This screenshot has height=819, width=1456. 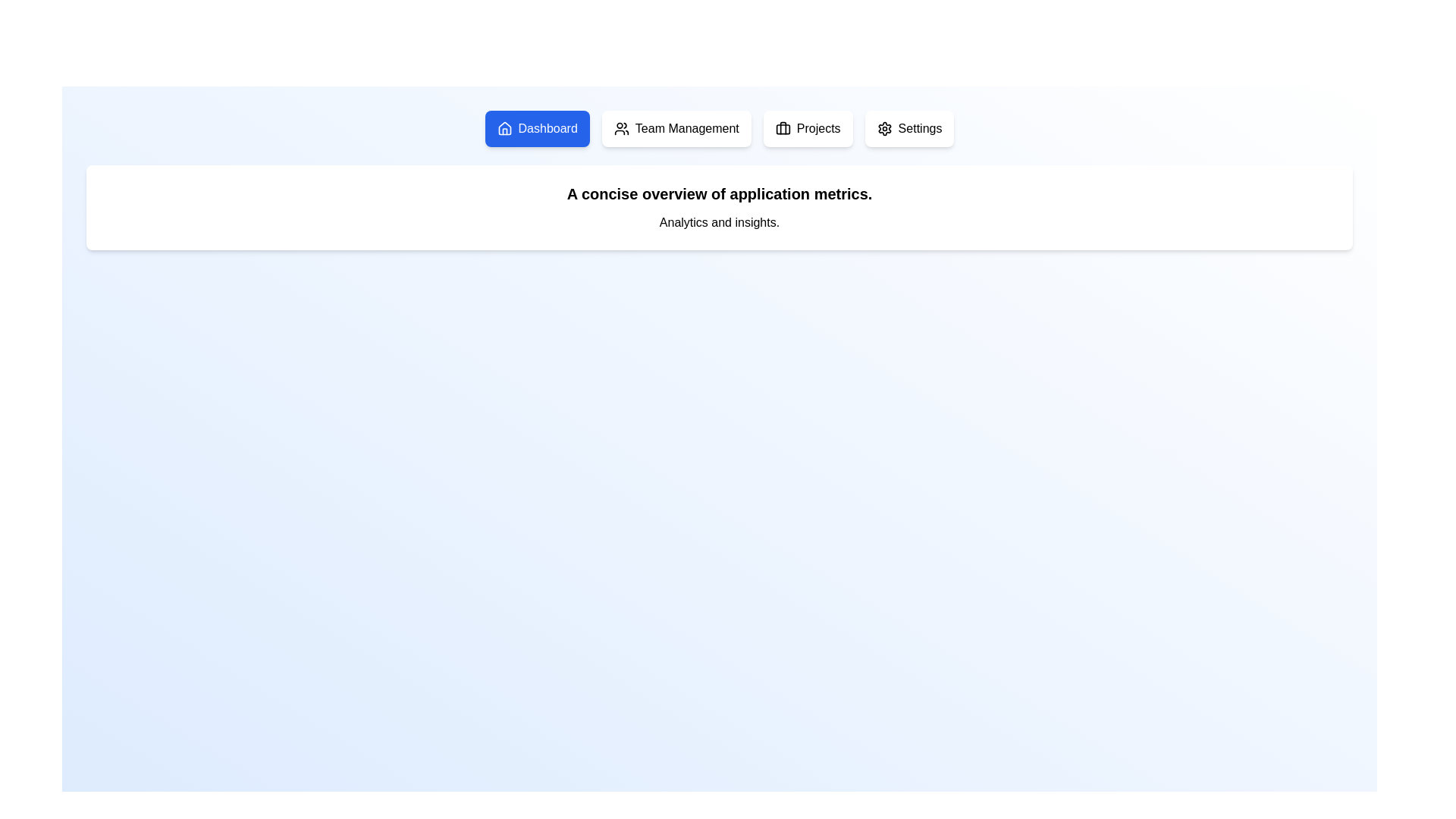 What do you see at coordinates (817, 127) in the screenshot?
I see `the 'Projects' text label within the button component` at bounding box center [817, 127].